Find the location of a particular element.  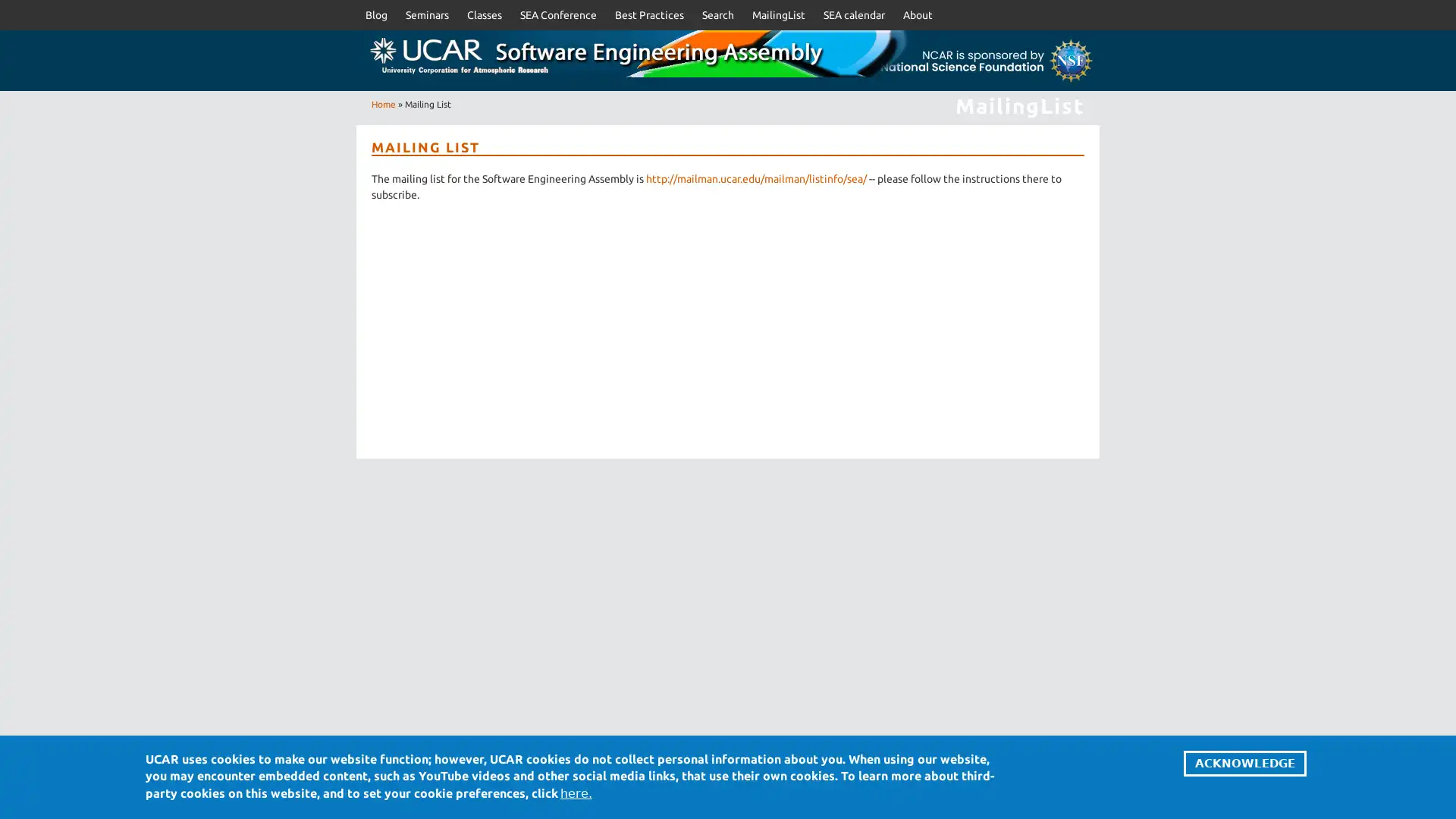

ACKNOWLEDGE is located at coordinates (1244, 763).